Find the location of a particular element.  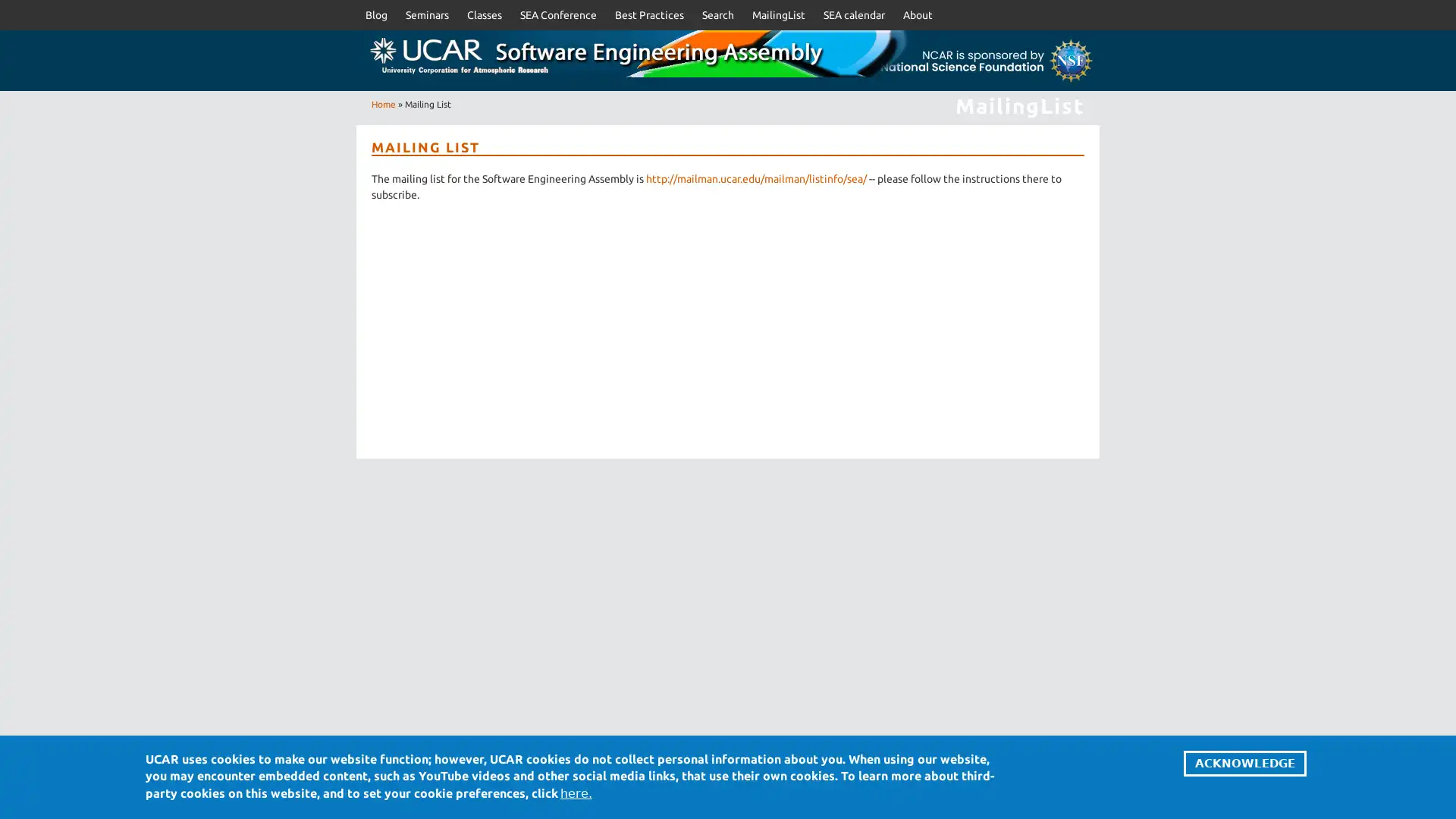

ACKNOWLEDGE is located at coordinates (1244, 763).